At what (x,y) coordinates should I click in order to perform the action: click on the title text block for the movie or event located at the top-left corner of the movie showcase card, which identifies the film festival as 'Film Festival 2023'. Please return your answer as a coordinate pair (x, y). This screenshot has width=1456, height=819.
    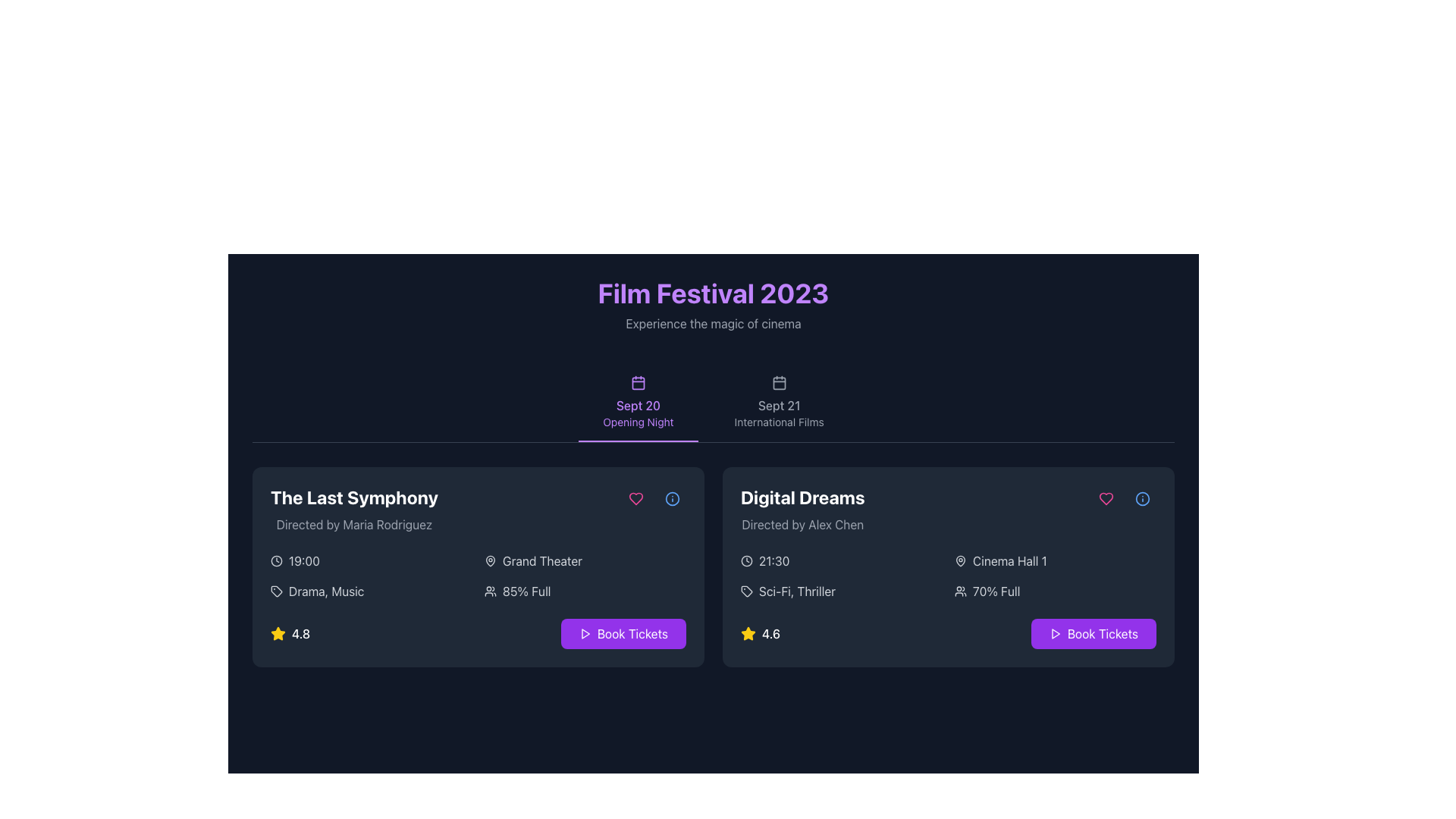
    Looking at the image, I should click on (353, 497).